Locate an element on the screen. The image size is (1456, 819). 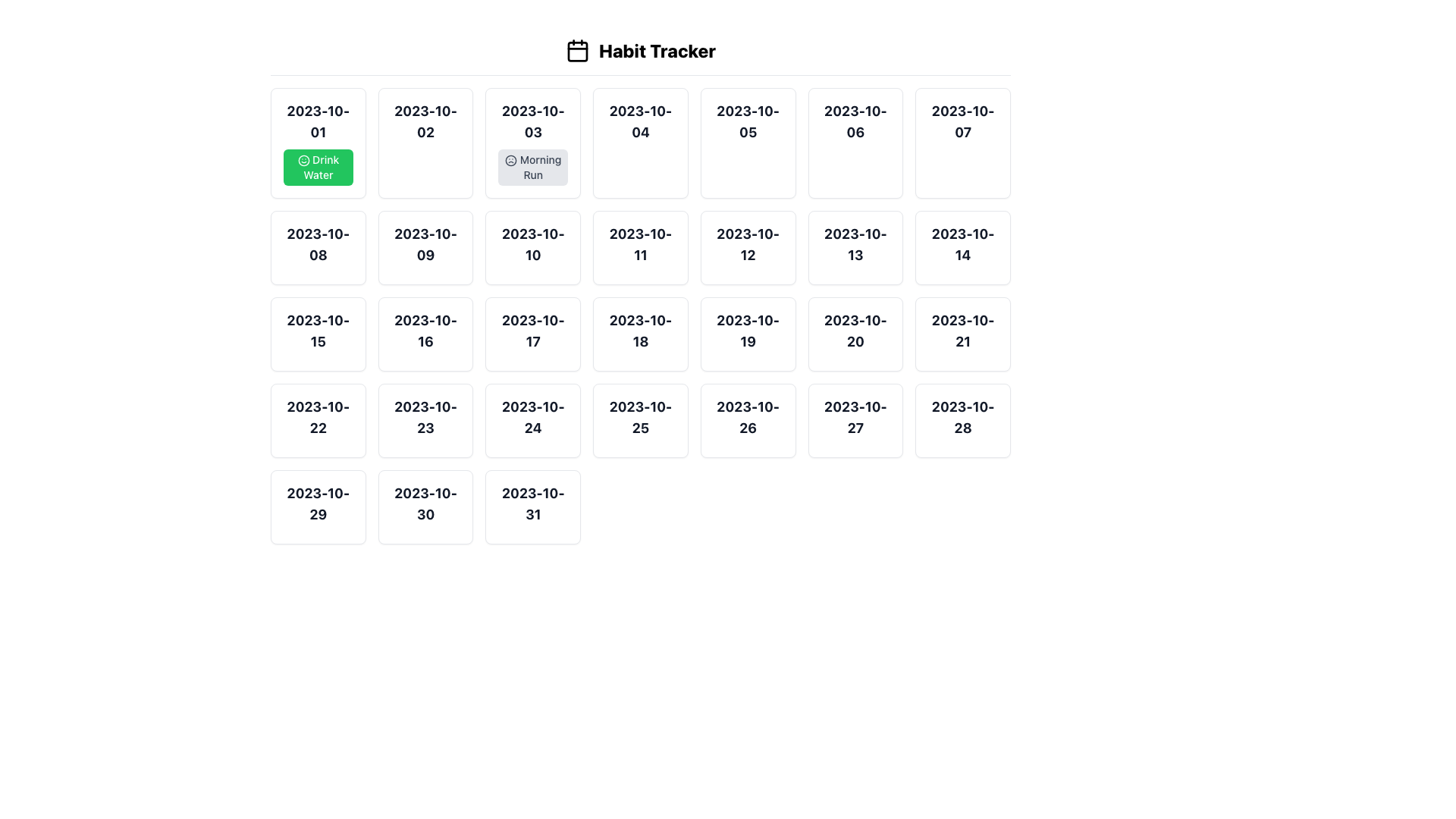
the card representing the date '2023-10-26' in the calendar grid is located at coordinates (748, 421).